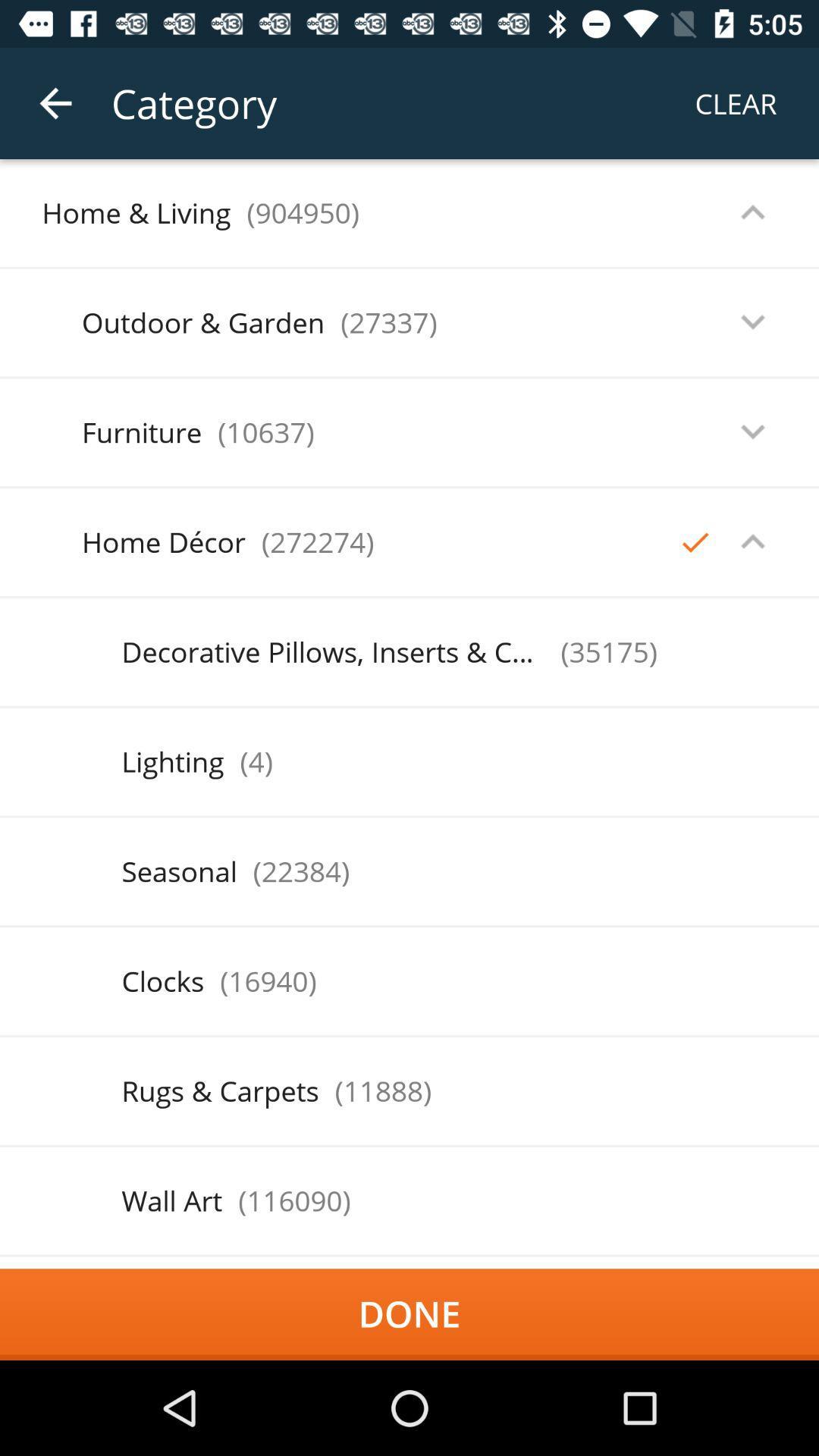 The image size is (819, 1456). Describe the element at coordinates (55, 102) in the screenshot. I see `the item above the home & living item` at that location.